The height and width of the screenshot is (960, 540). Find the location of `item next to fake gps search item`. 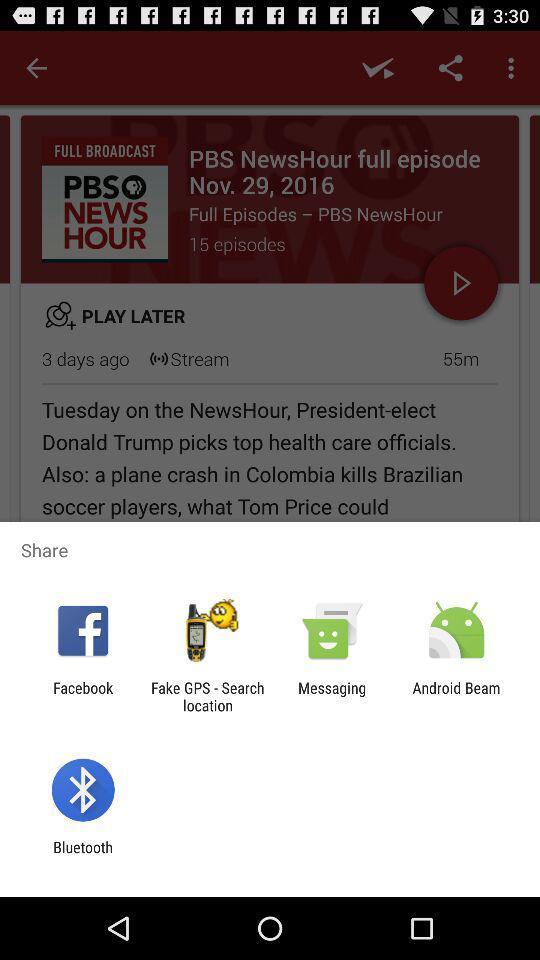

item next to fake gps search item is located at coordinates (332, 696).